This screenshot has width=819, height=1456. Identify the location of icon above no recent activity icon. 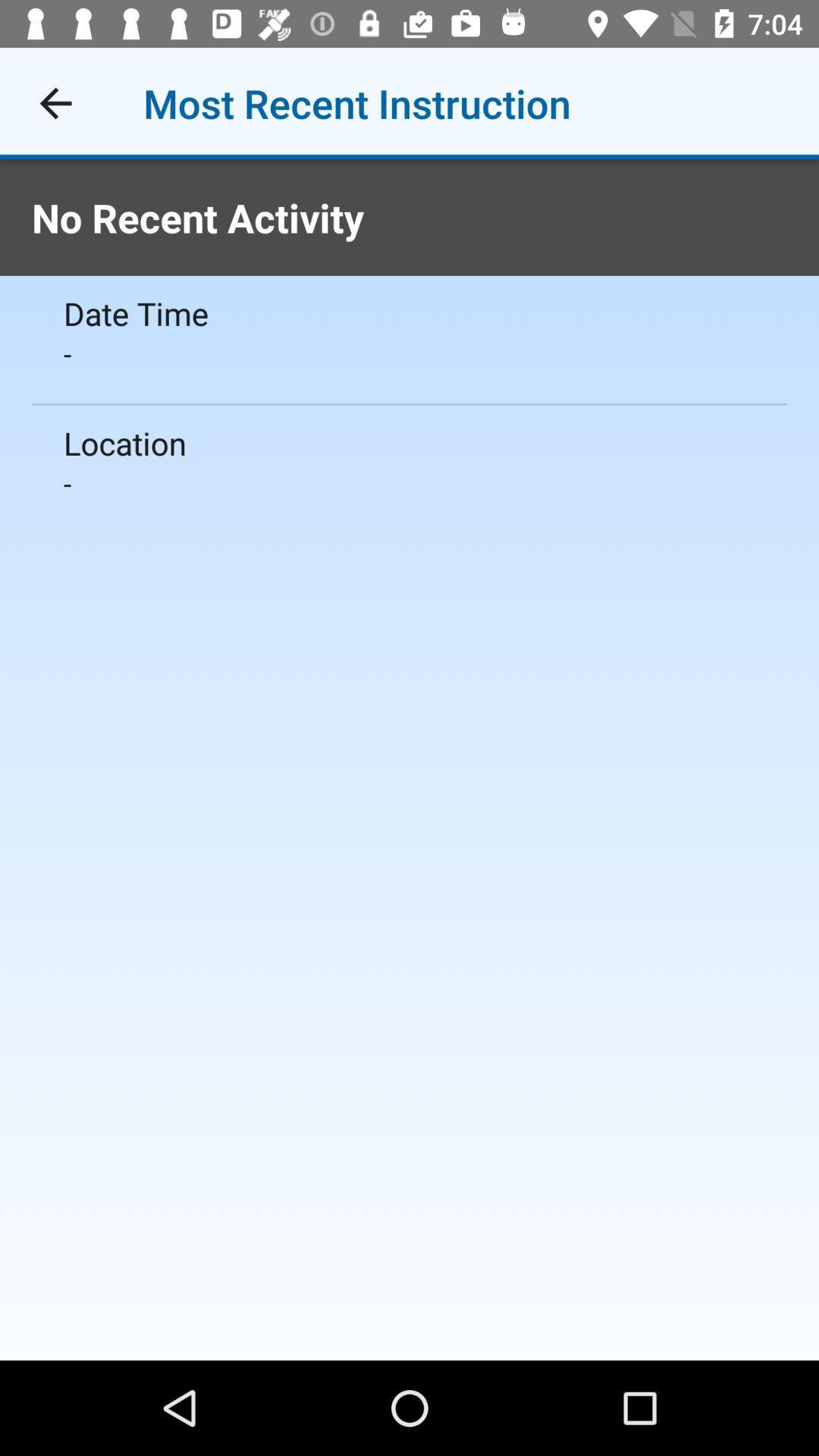
(55, 102).